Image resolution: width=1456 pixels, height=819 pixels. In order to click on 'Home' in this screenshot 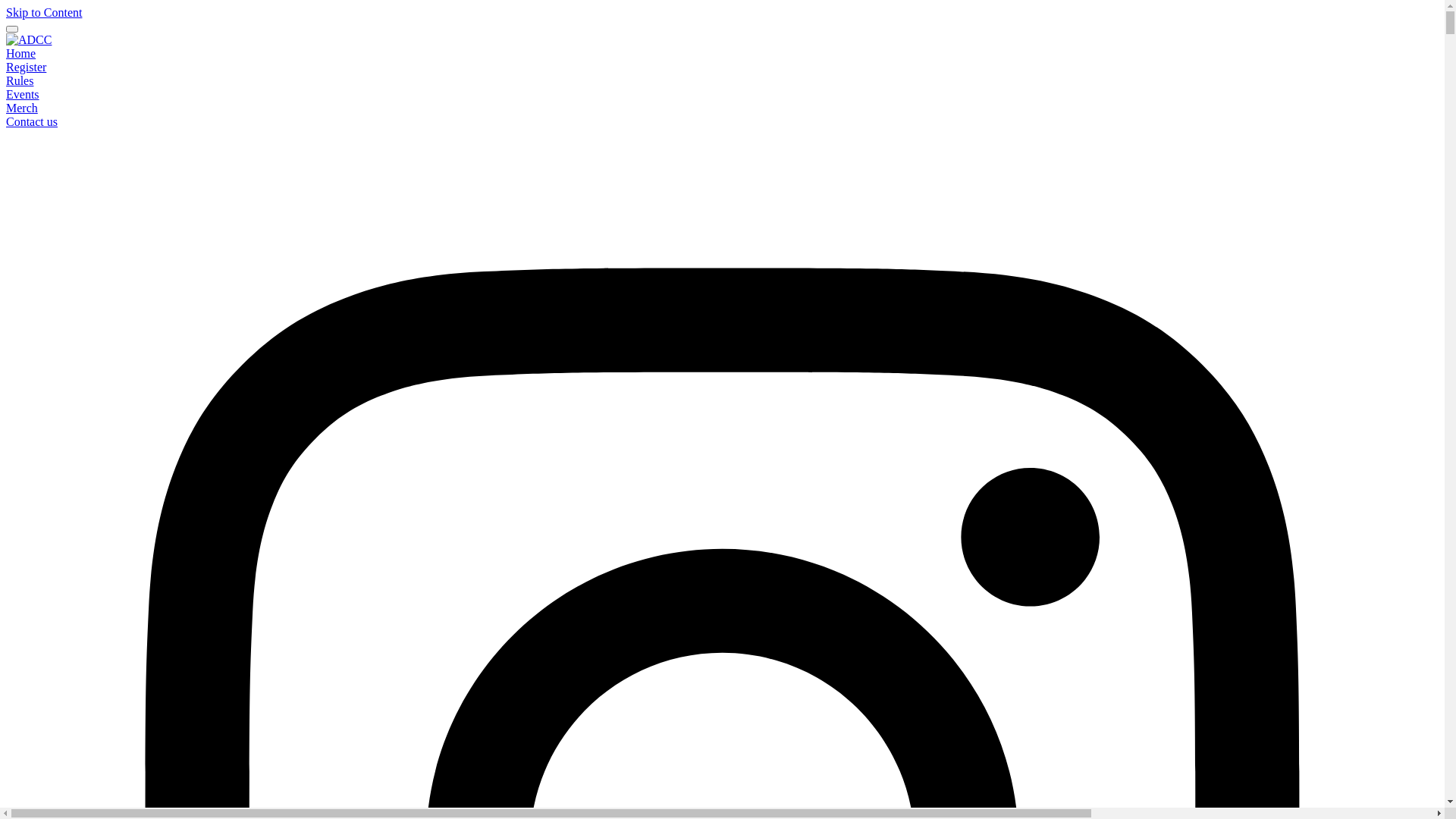, I will do `click(6, 52)`.